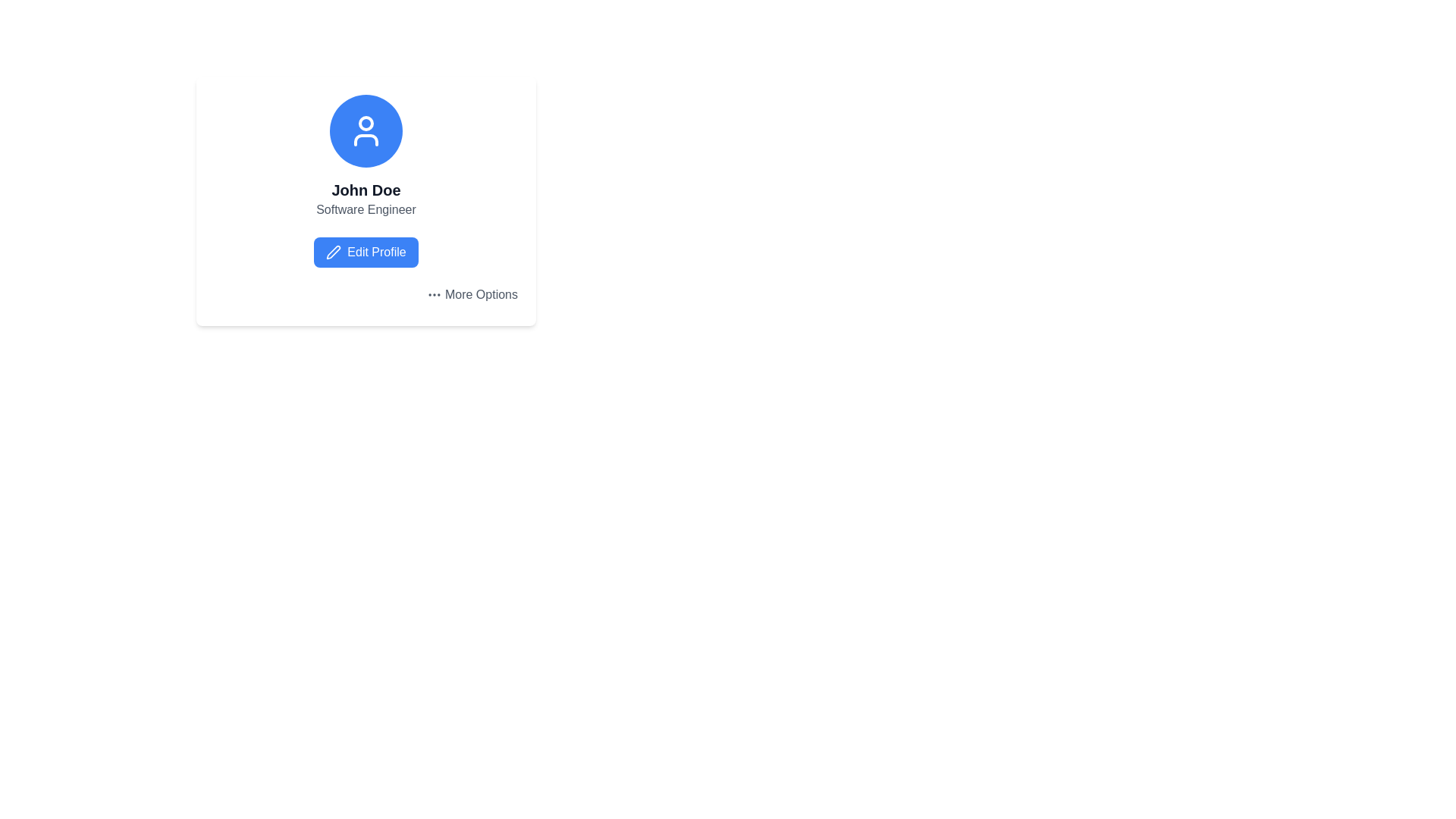 This screenshot has width=1456, height=819. I want to click on the icon indicating the editable nature of the profile functionality, which is located to the left of the 'Edit Profile' button text, so click(333, 251).